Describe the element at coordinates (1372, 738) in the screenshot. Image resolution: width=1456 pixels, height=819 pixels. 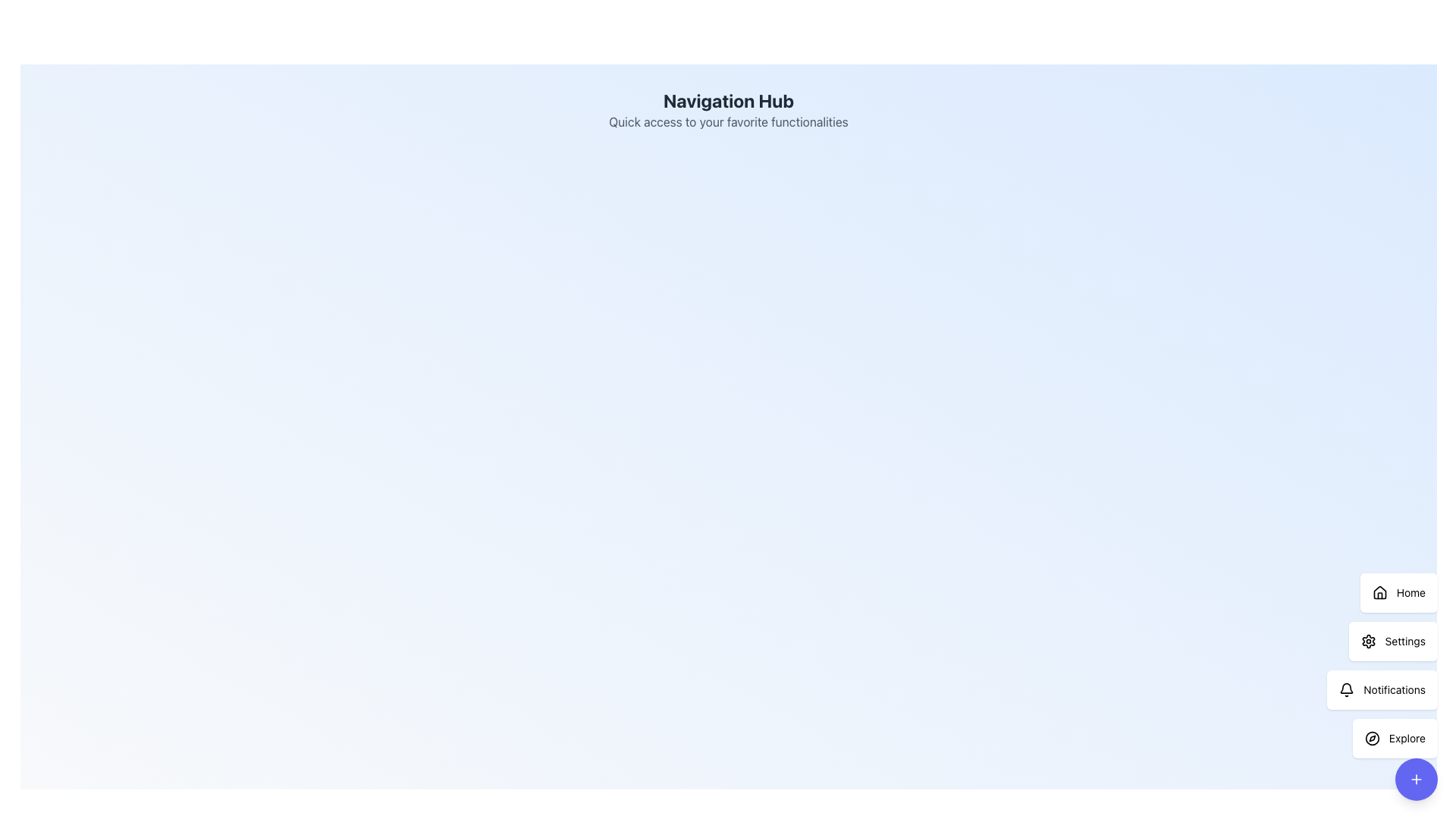
I see `the compass icon in the 'Explore' button, which is the fourth entry in the vertical menu on the right side of the interface, positioned above a circular purple button and below the 'Notifications' button` at that location.